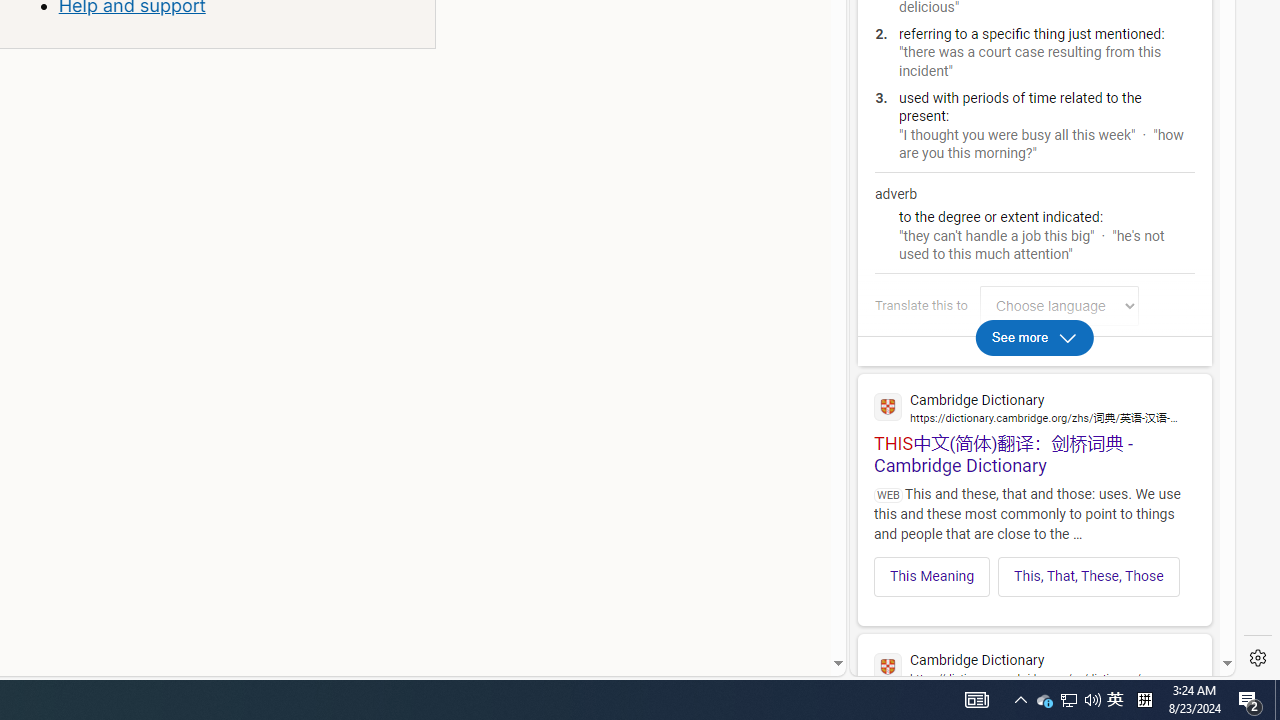 This screenshot has height=720, width=1280. I want to click on 'This, That, These, Those', so click(1087, 576).